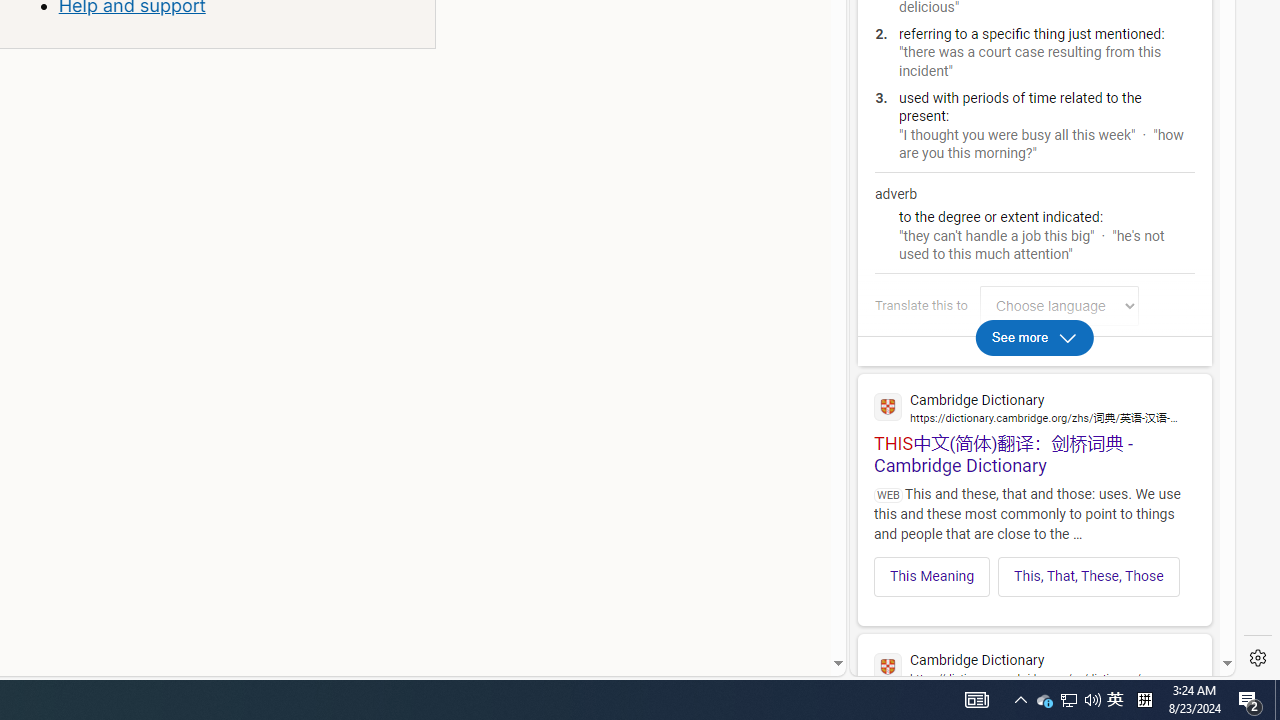 This screenshot has height=720, width=1280. I want to click on 'This, That, These, Those', so click(1087, 576).